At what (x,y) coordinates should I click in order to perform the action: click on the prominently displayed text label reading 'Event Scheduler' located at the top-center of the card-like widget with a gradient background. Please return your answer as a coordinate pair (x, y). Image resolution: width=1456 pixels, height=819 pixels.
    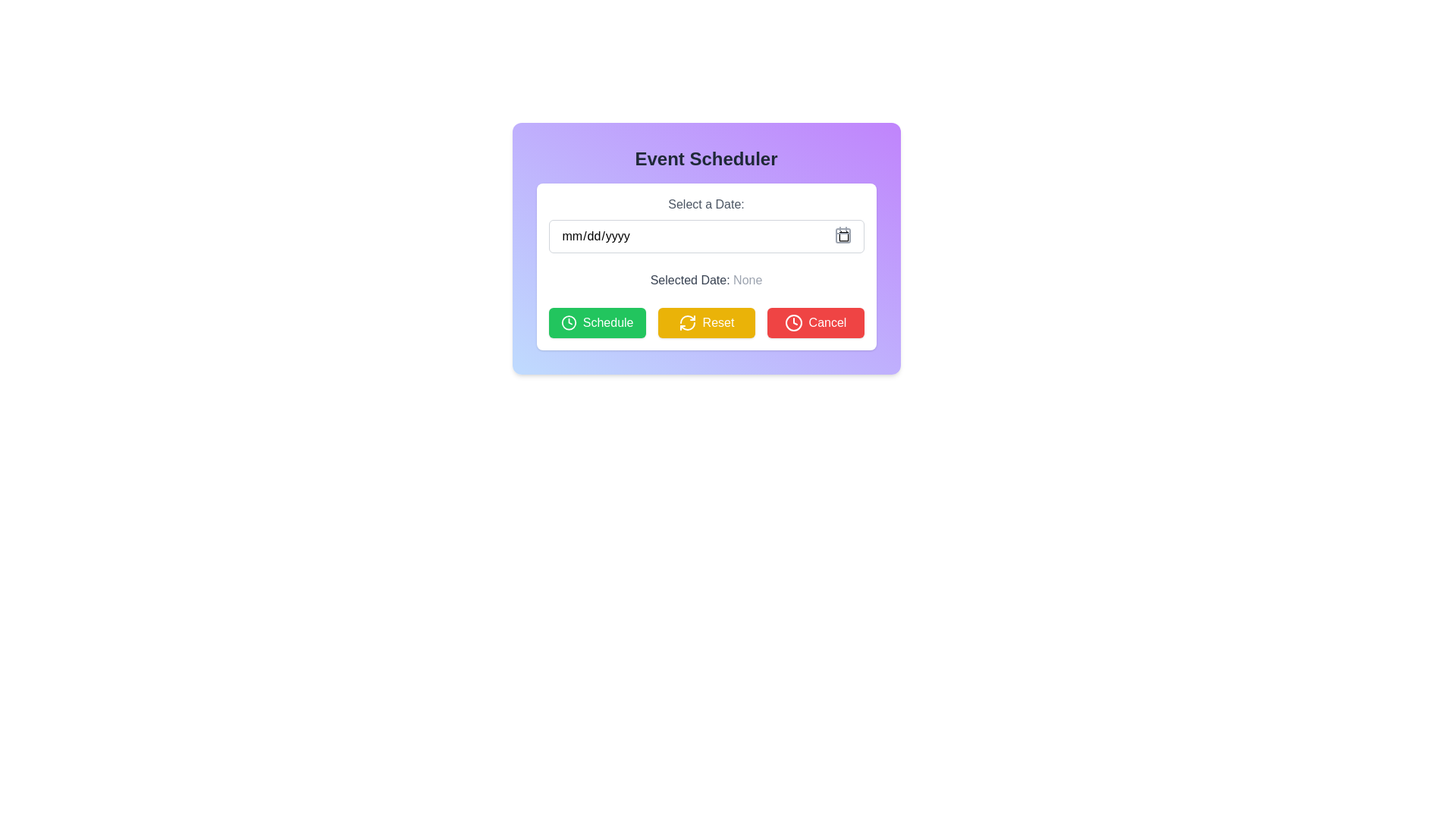
    Looking at the image, I should click on (705, 158).